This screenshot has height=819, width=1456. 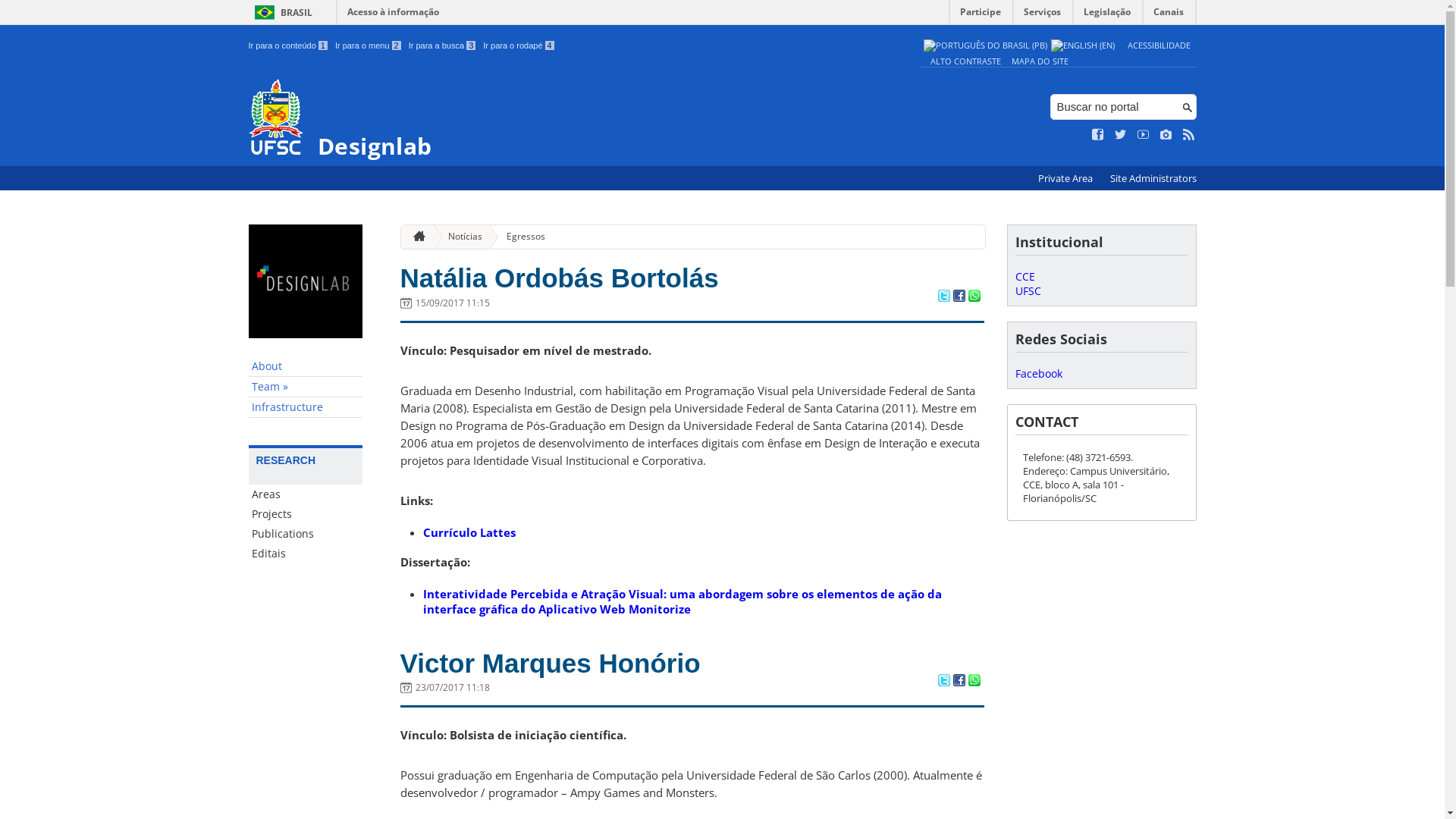 I want to click on 'Participe', so click(x=980, y=15).